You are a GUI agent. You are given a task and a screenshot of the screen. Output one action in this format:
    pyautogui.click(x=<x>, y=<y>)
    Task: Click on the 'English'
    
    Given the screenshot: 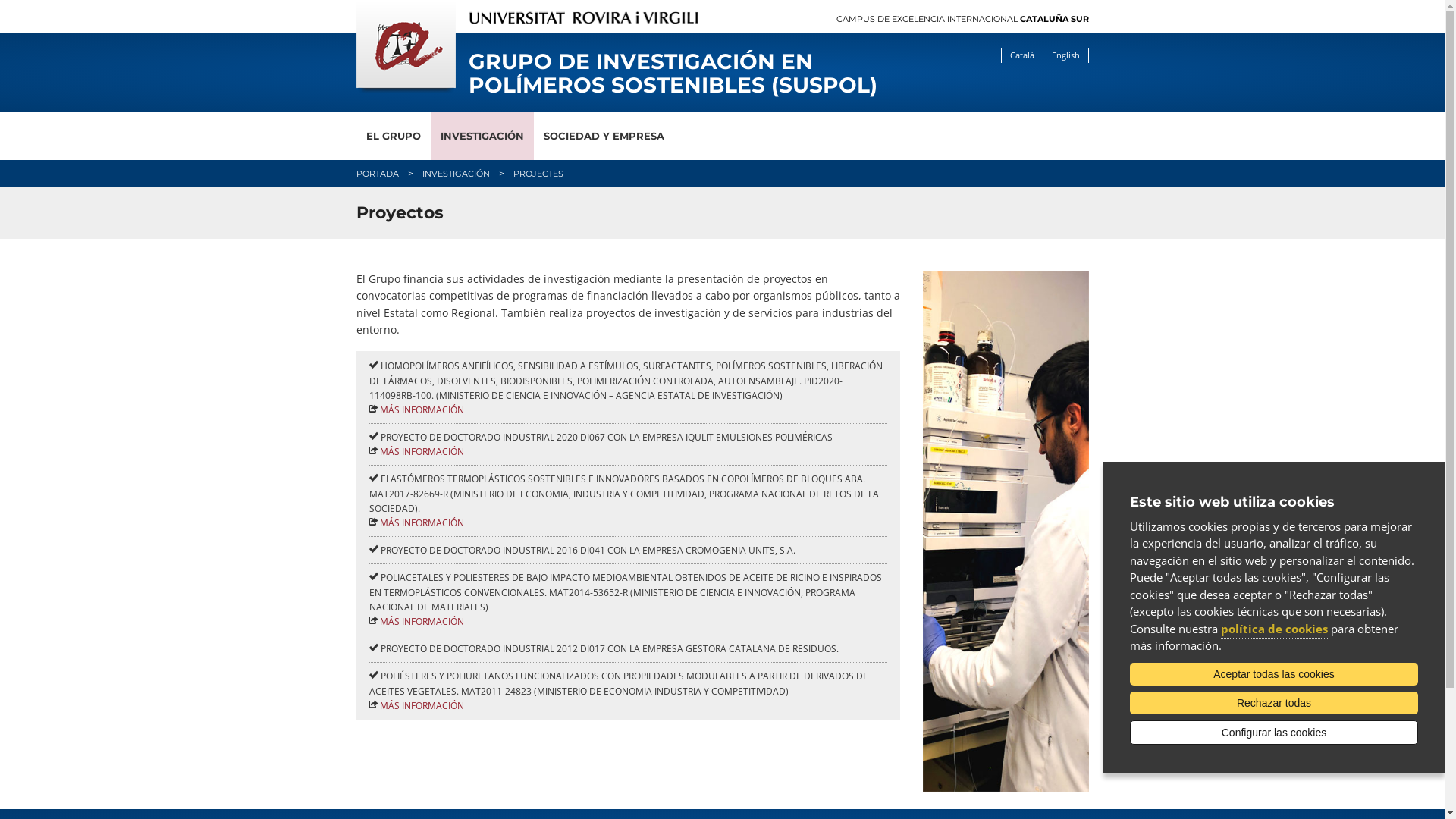 What is the action you would take?
    pyautogui.click(x=1064, y=55)
    